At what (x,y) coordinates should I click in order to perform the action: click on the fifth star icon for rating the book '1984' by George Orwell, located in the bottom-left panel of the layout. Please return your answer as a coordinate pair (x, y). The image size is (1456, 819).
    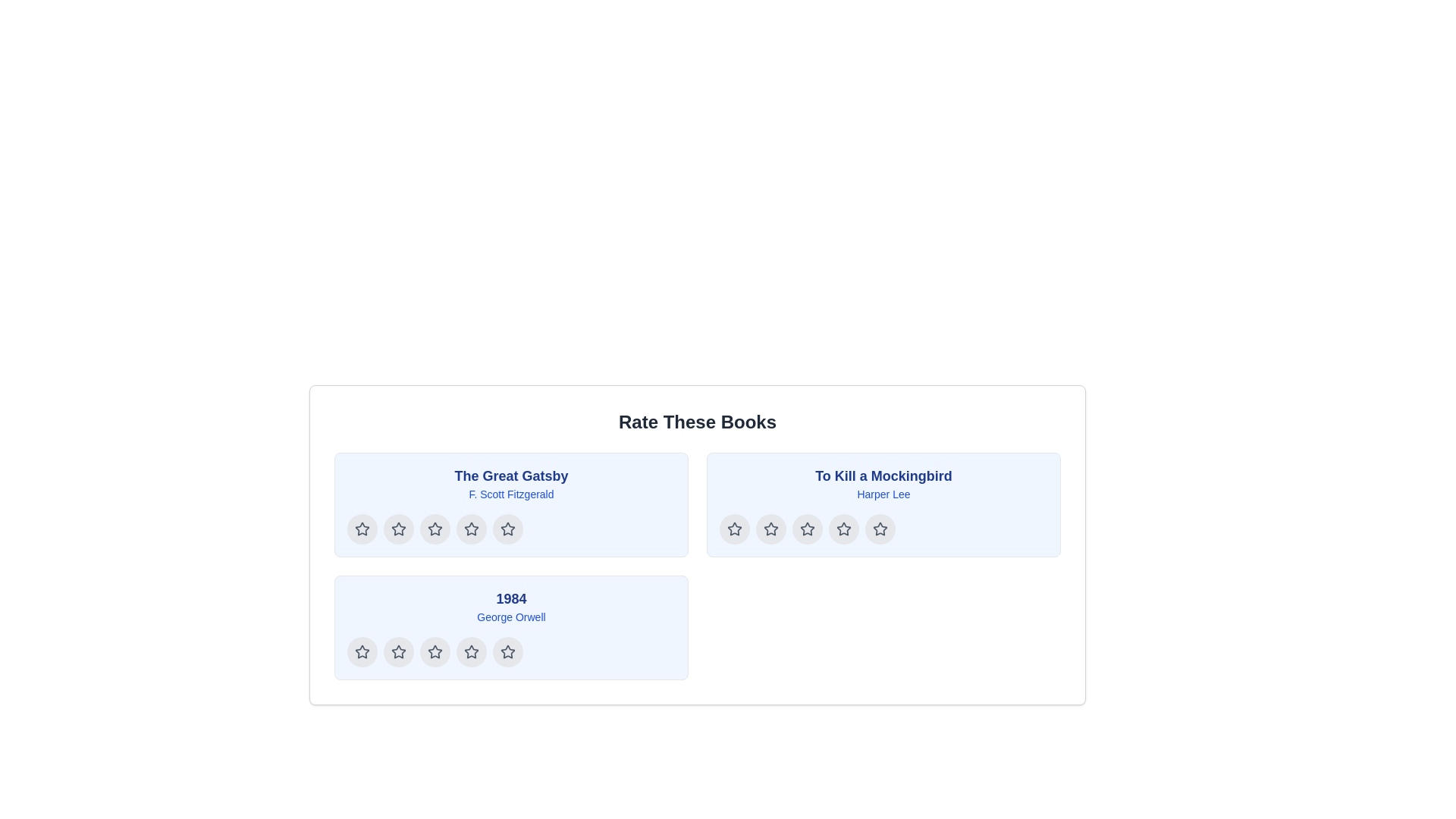
    Looking at the image, I should click on (508, 651).